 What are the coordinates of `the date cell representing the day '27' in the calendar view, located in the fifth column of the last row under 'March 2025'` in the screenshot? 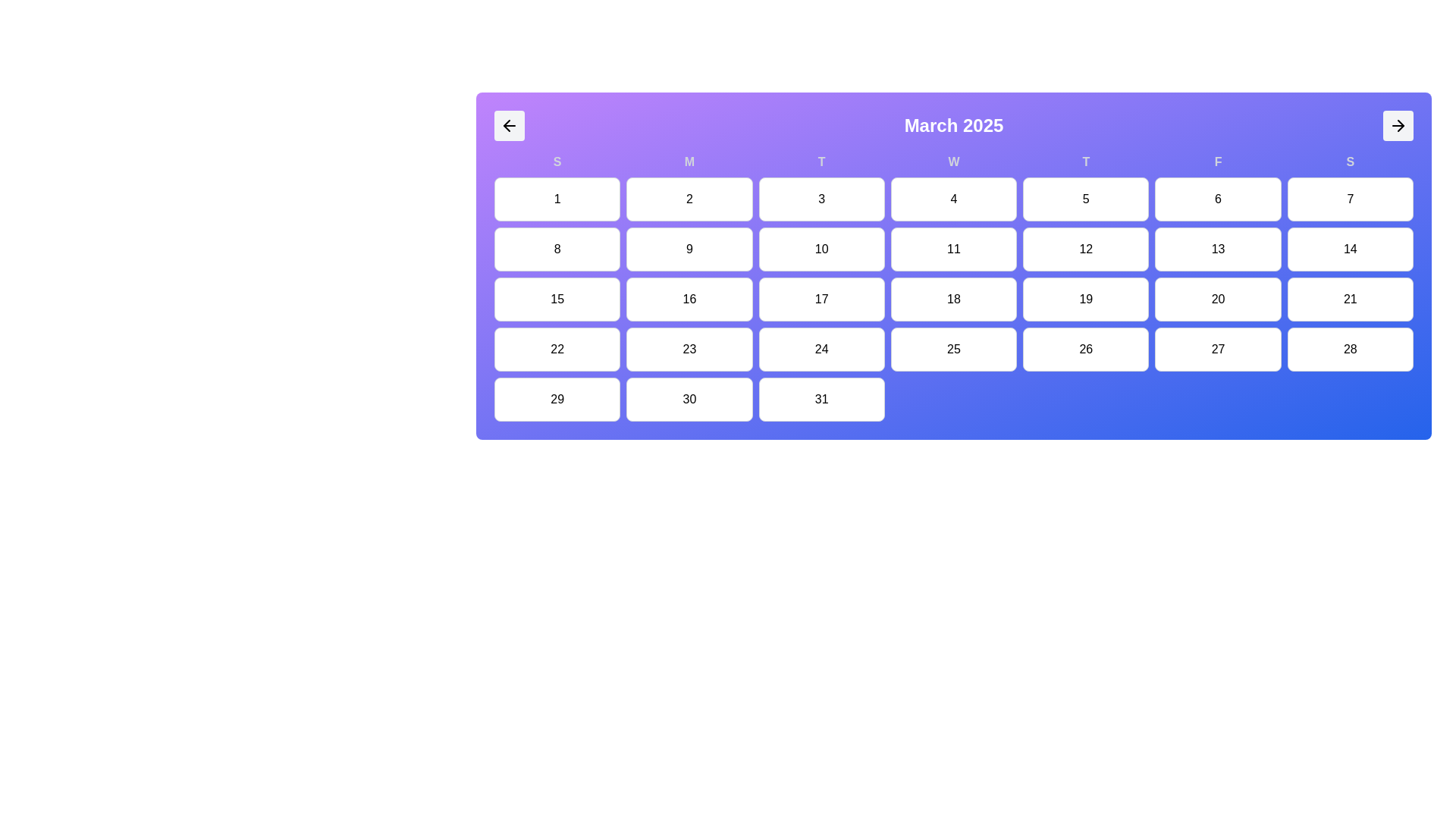 It's located at (1218, 350).